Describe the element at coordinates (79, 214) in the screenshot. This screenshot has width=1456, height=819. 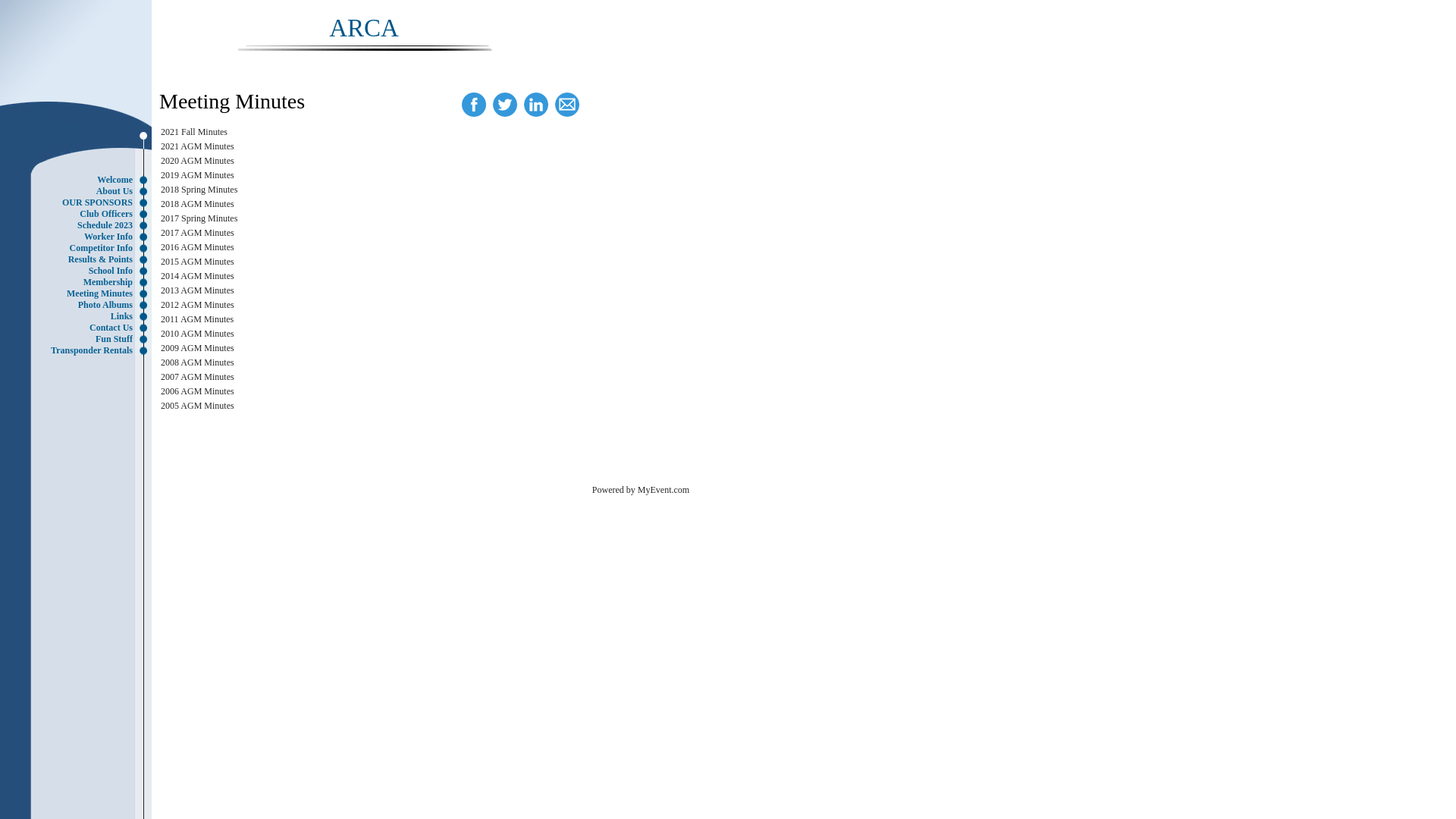
I see `'Club Officers'` at that location.